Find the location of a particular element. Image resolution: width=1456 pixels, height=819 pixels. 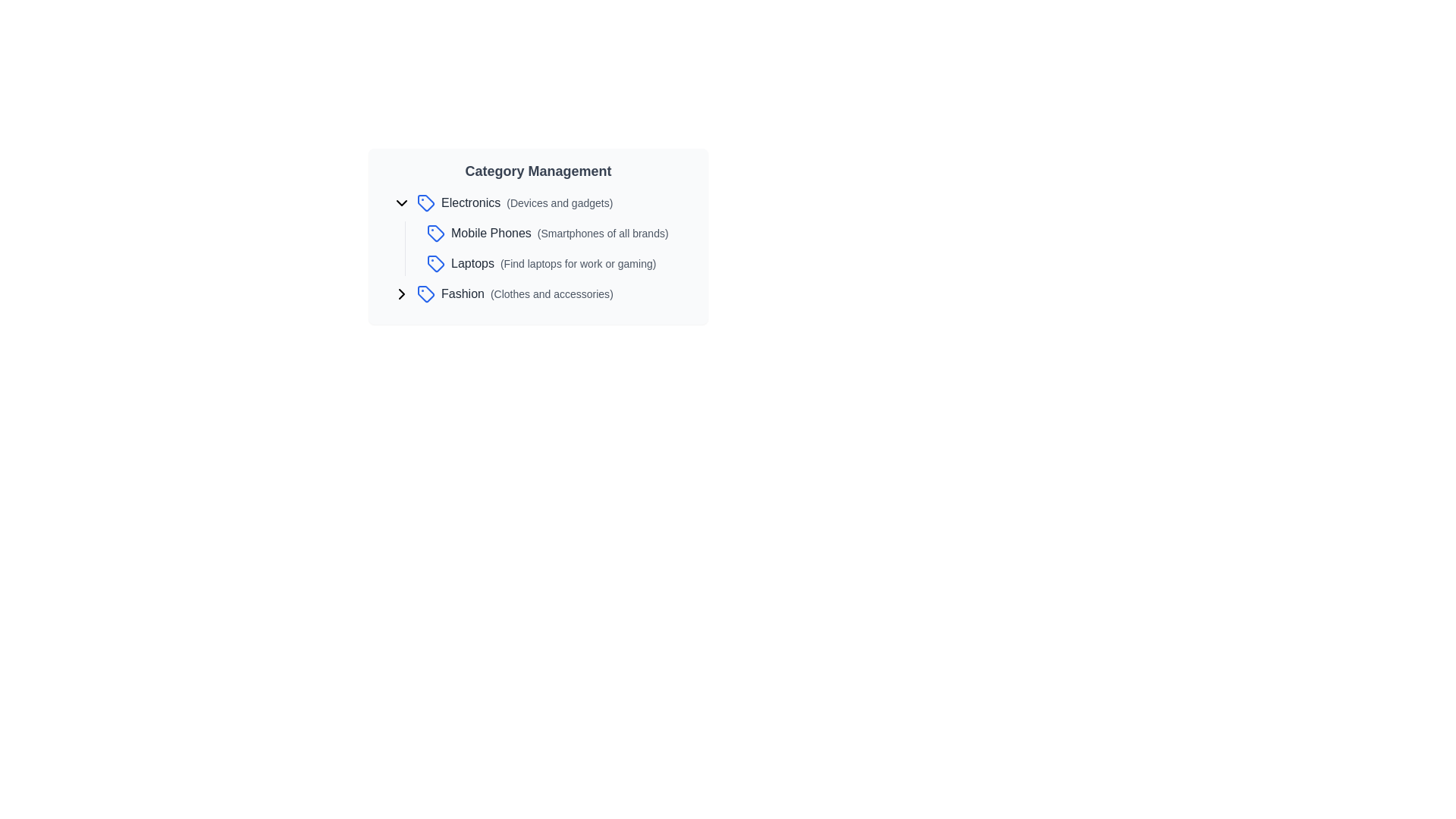

the Icon Button located at the leftmost side of the row containing the text 'Electronics (Devices and gadgets)' in the 'Category Management' section is located at coordinates (401, 202).